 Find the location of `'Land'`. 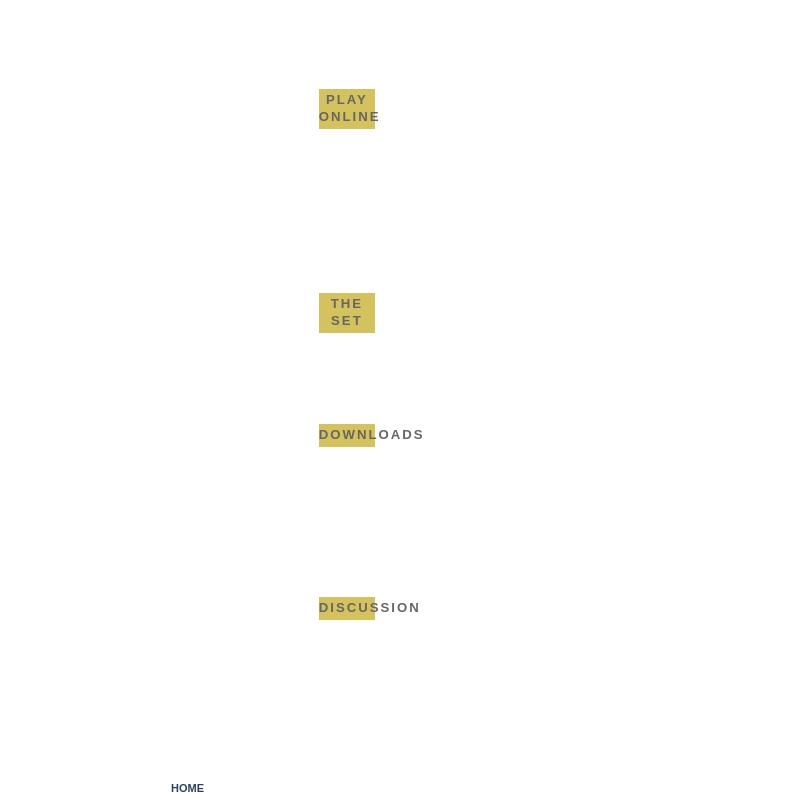

'Land' is located at coordinates (370, 56).